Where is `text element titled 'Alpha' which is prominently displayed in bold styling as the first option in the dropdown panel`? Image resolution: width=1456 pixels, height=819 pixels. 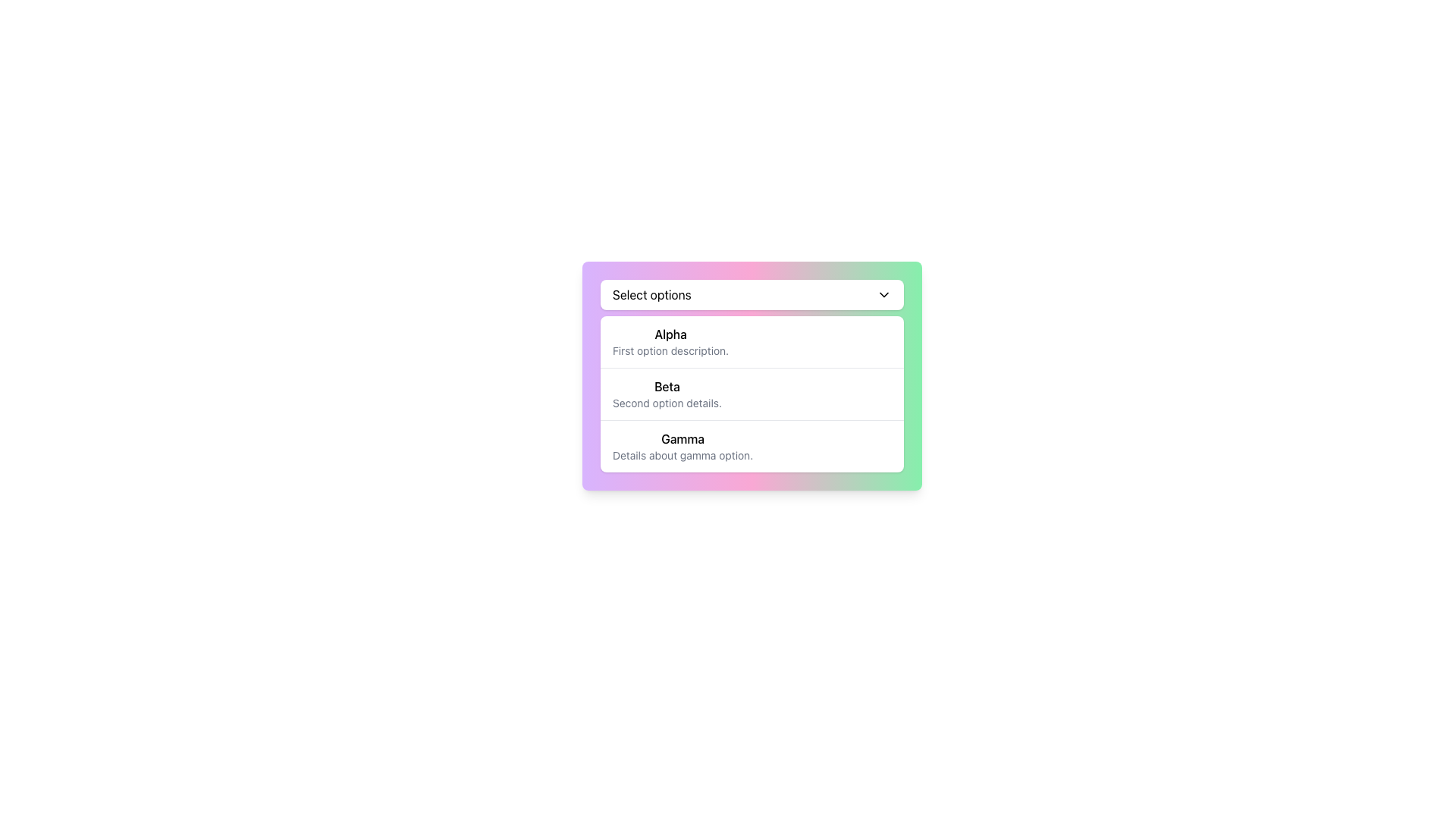
text element titled 'Alpha' which is prominently displayed in bold styling as the first option in the dropdown panel is located at coordinates (670, 333).